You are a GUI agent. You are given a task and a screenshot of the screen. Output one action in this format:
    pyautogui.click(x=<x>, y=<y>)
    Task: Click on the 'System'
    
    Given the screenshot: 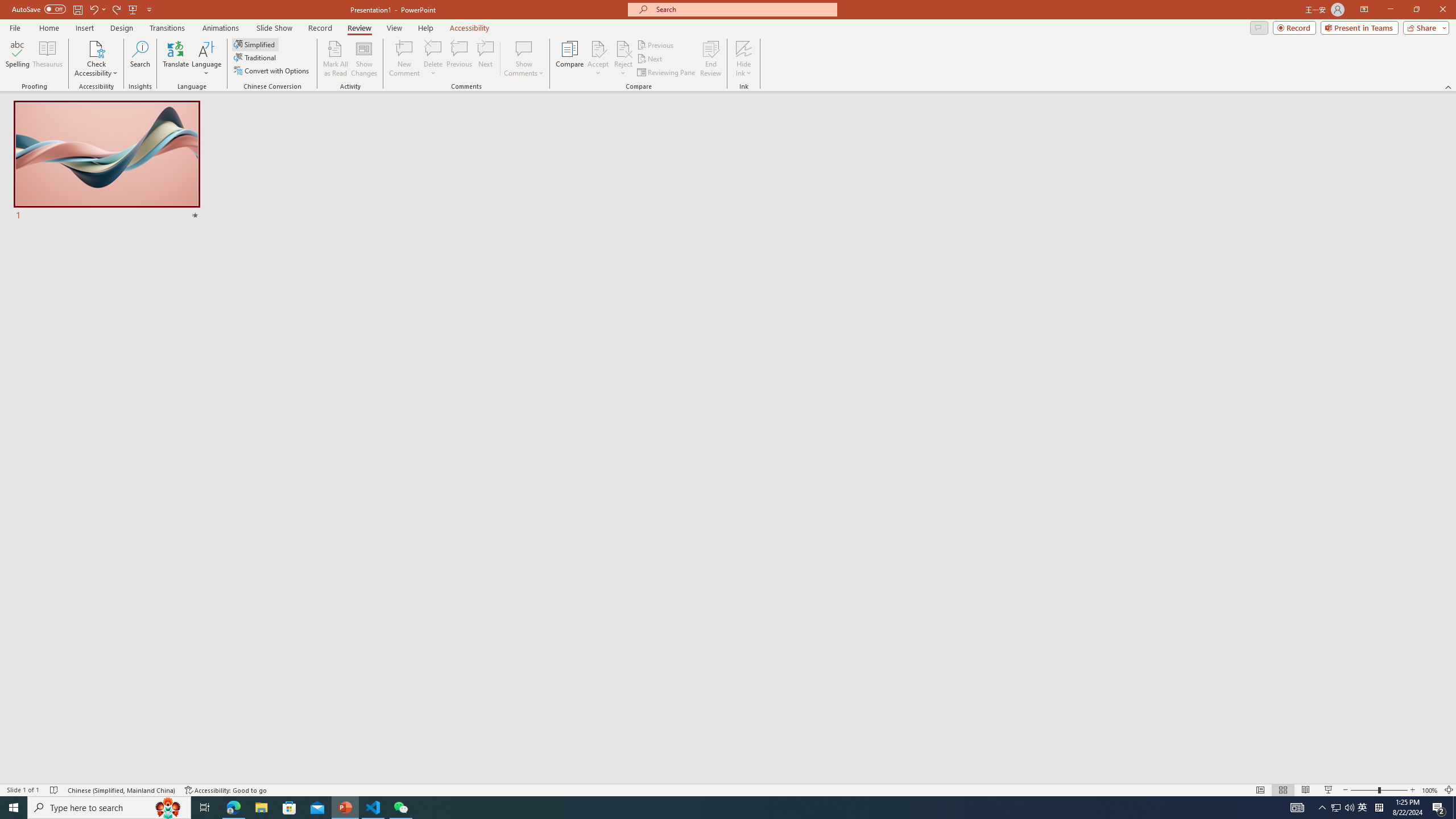 What is the action you would take?
    pyautogui.click(x=6, y=5)
    